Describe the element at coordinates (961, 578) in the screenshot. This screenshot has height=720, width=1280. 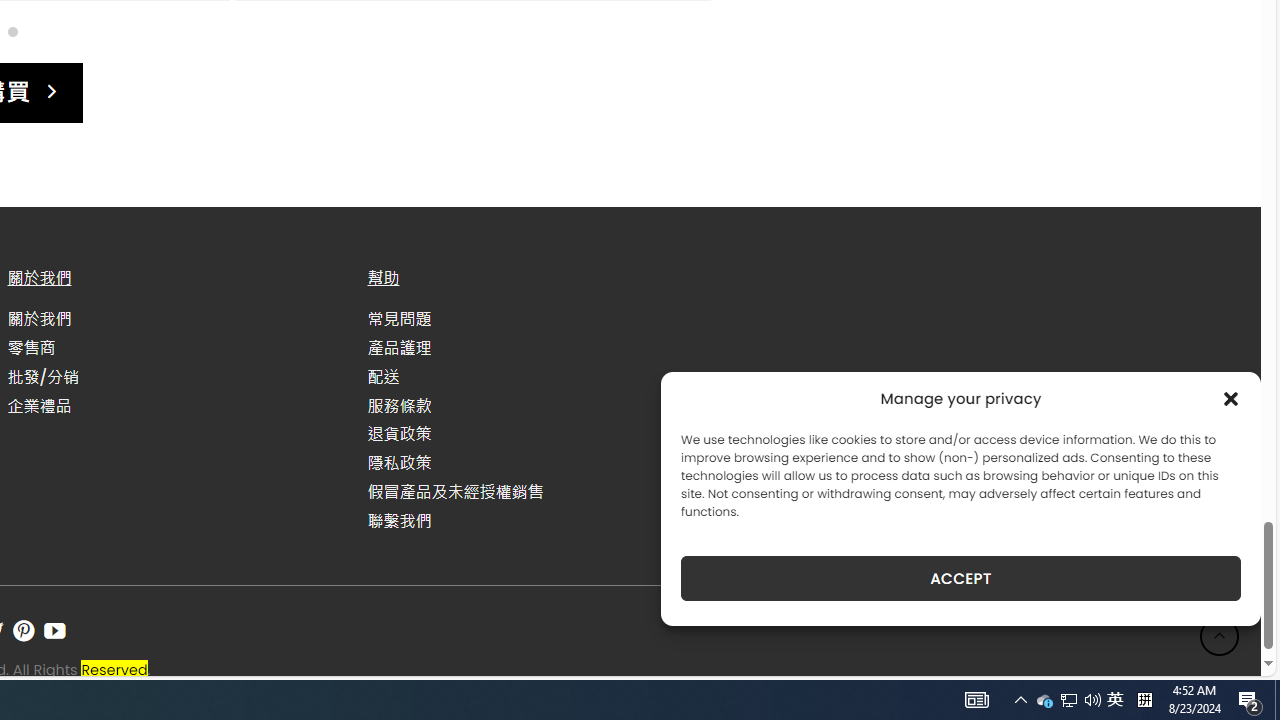
I see `'ACCEPT'` at that location.